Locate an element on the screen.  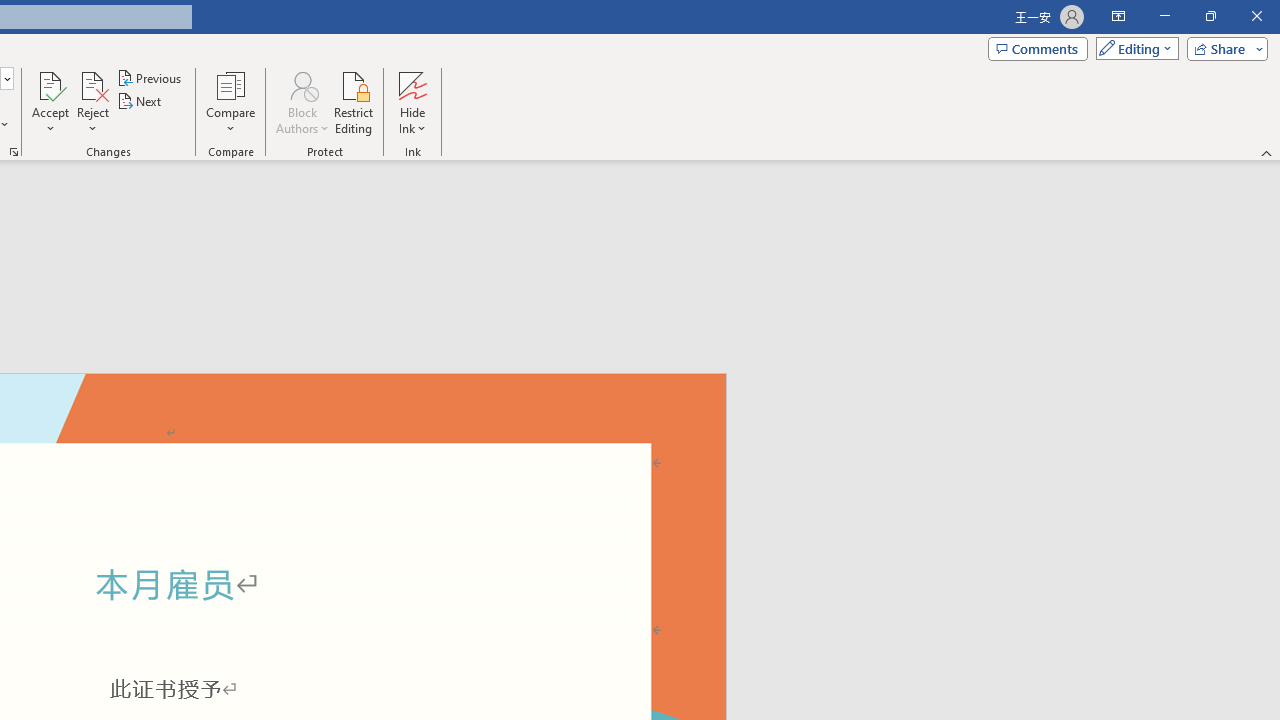
'Next' is located at coordinates (139, 101).